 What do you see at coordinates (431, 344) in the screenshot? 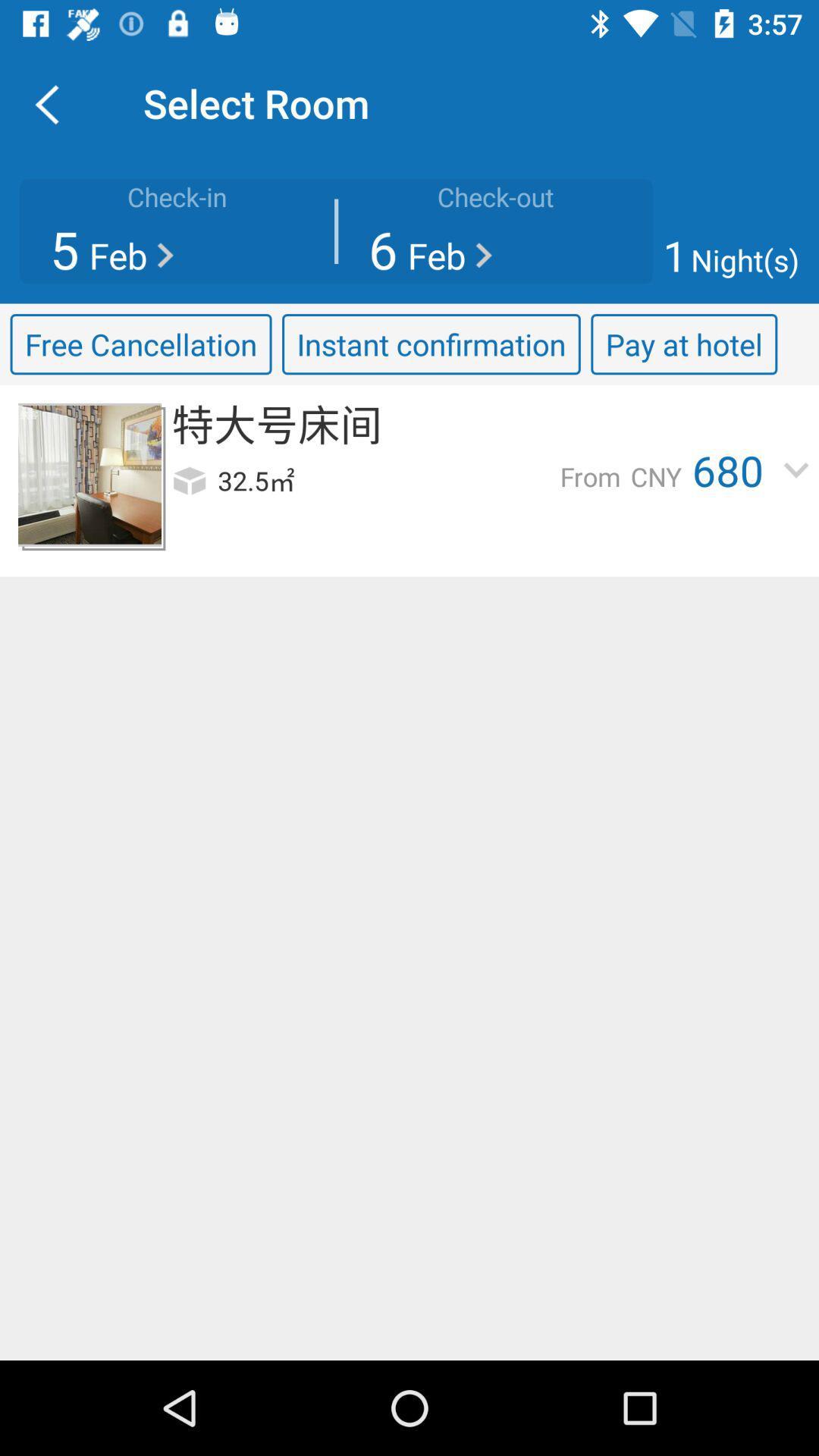
I see `icon to the right of free cancellation icon` at bounding box center [431, 344].